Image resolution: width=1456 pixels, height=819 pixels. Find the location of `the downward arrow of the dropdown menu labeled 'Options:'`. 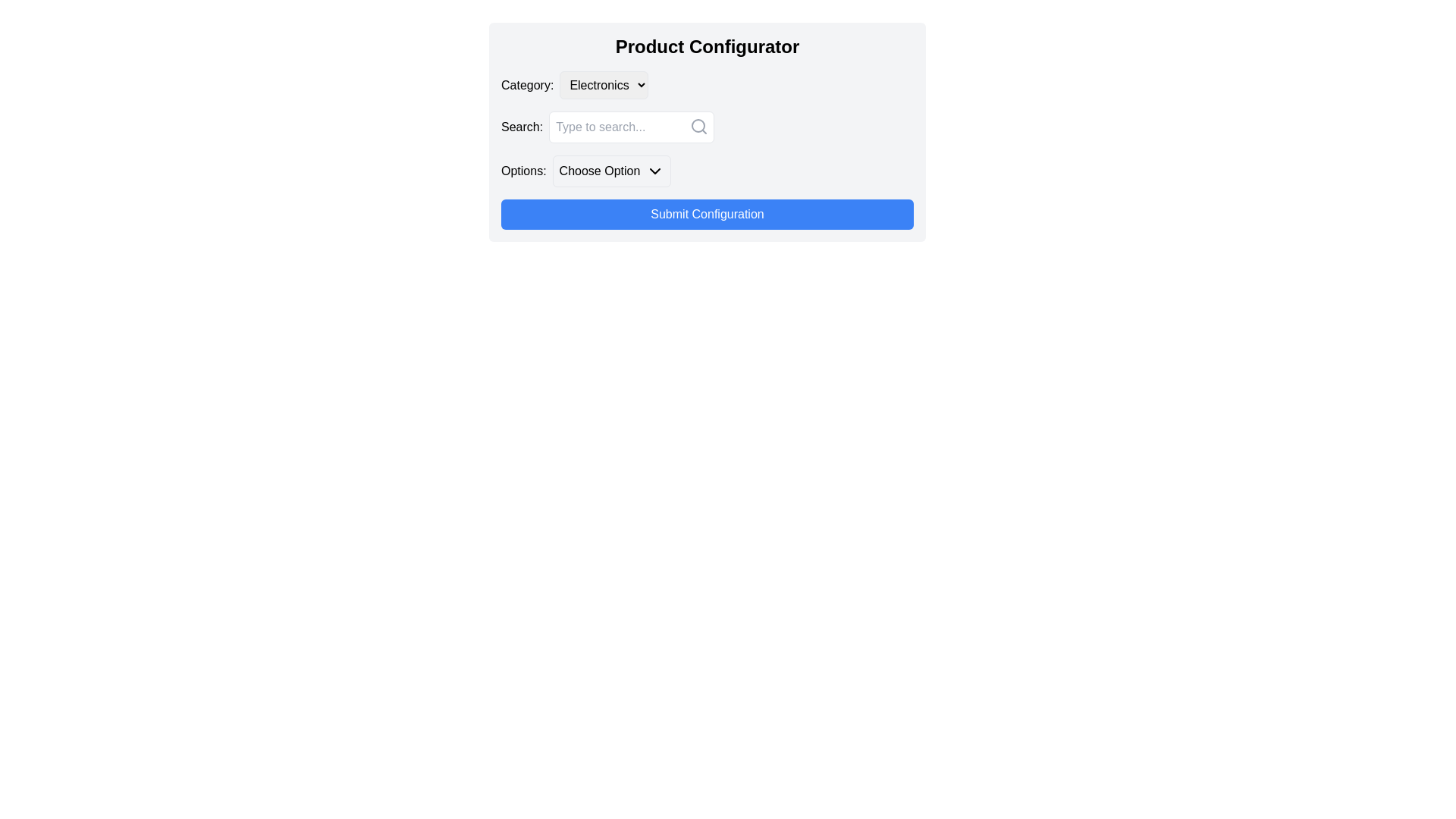

the downward arrow of the dropdown menu labeled 'Options:' is located at coordinates (706, 171).